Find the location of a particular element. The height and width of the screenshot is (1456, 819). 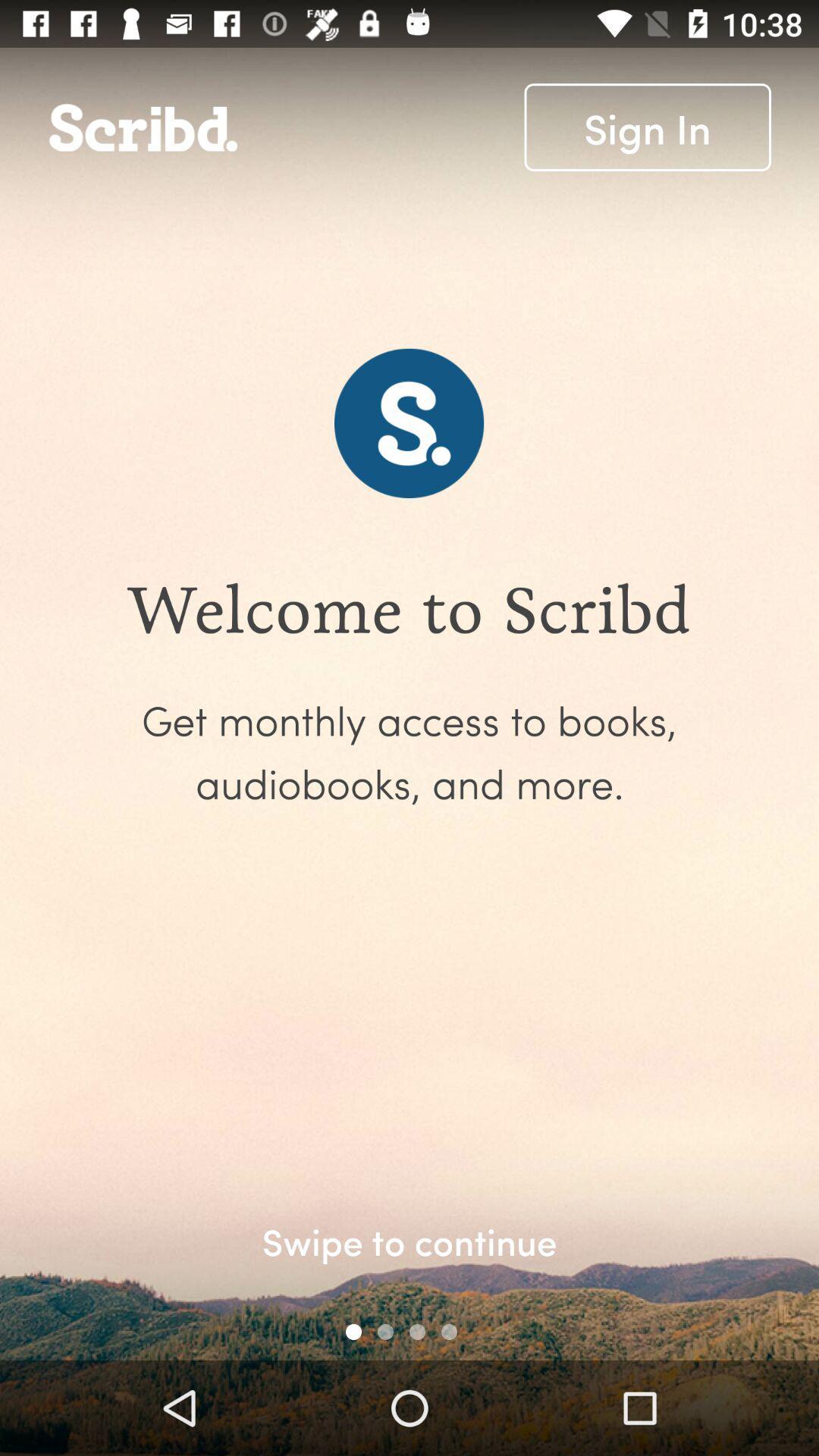

the icon at the top right corner is located at coordinates (648, 127).